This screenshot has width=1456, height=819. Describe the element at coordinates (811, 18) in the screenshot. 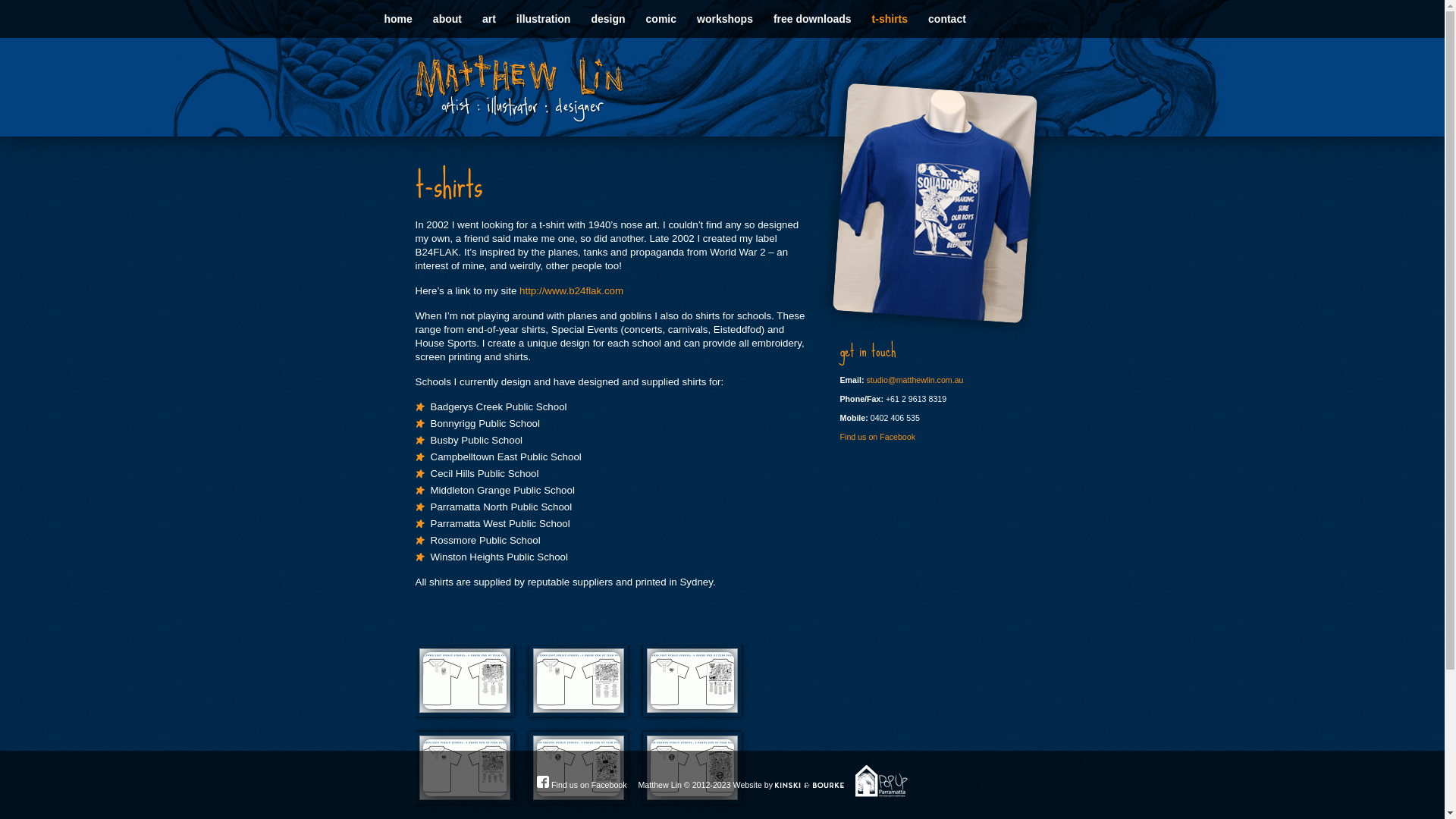

I see `'free downloads'` at that location.